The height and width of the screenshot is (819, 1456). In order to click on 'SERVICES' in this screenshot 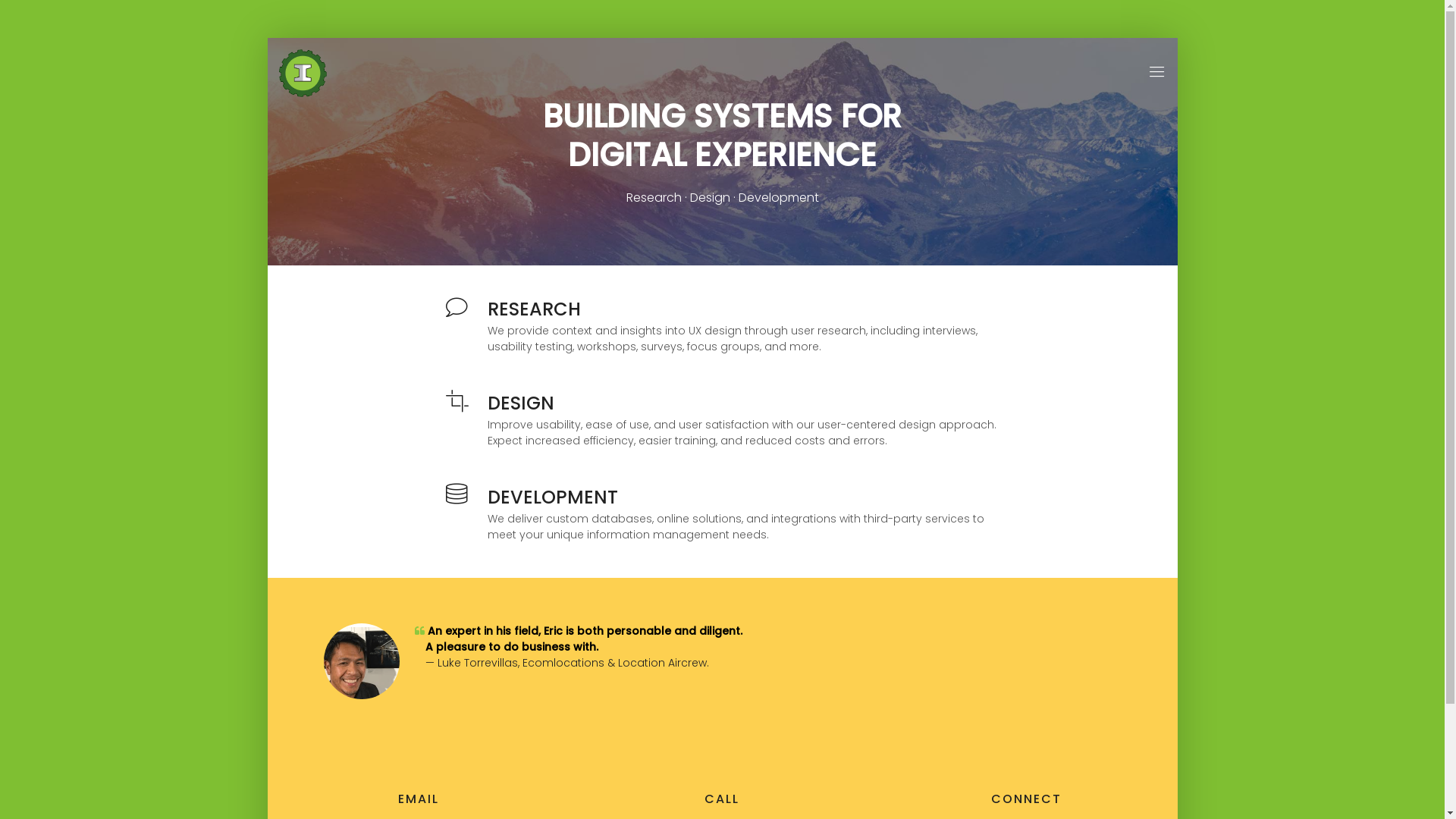, I will do `click(1115, 81)`.